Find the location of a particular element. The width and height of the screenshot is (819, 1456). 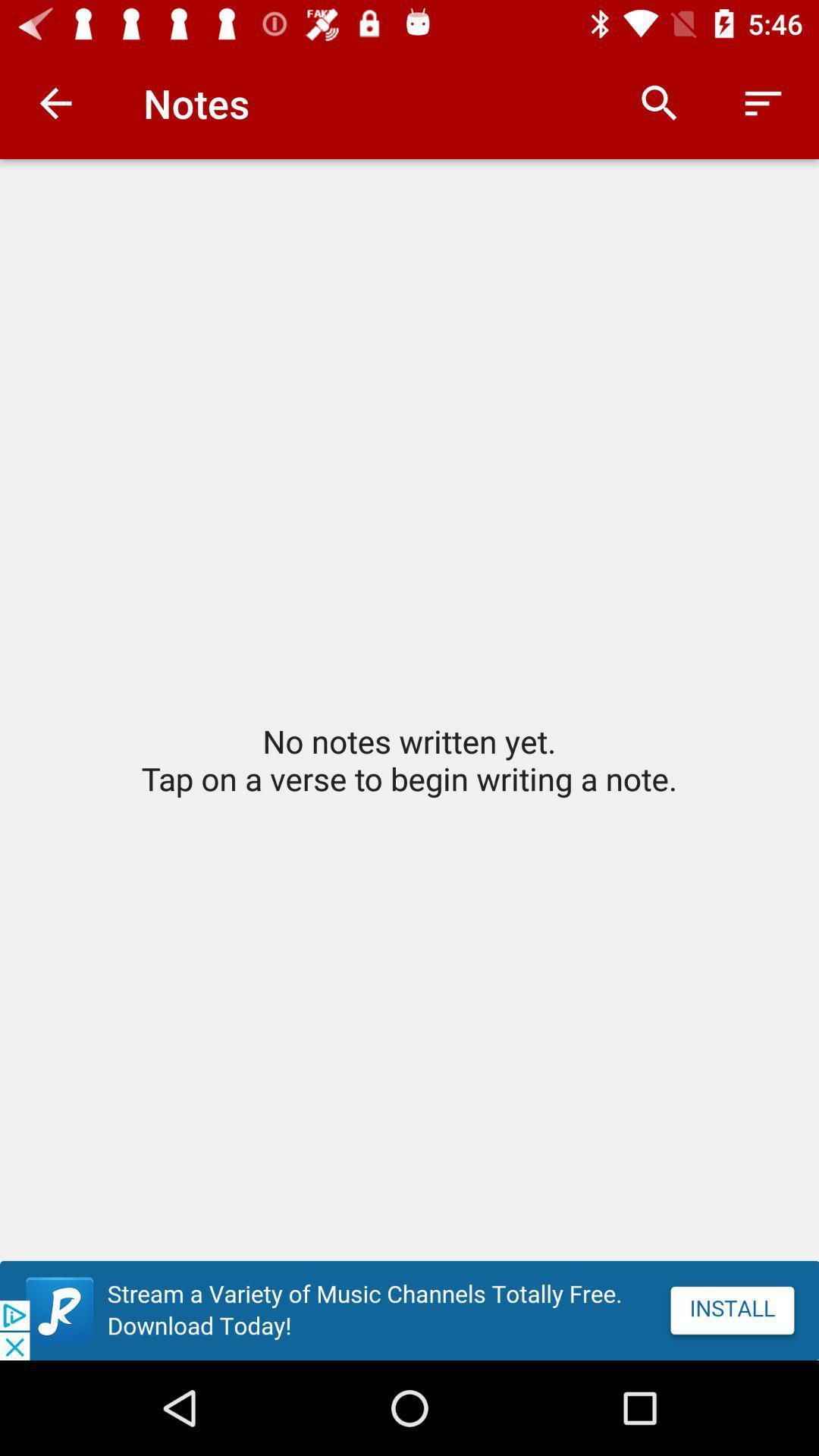

advertisement is located at coordinates (409, 1310).